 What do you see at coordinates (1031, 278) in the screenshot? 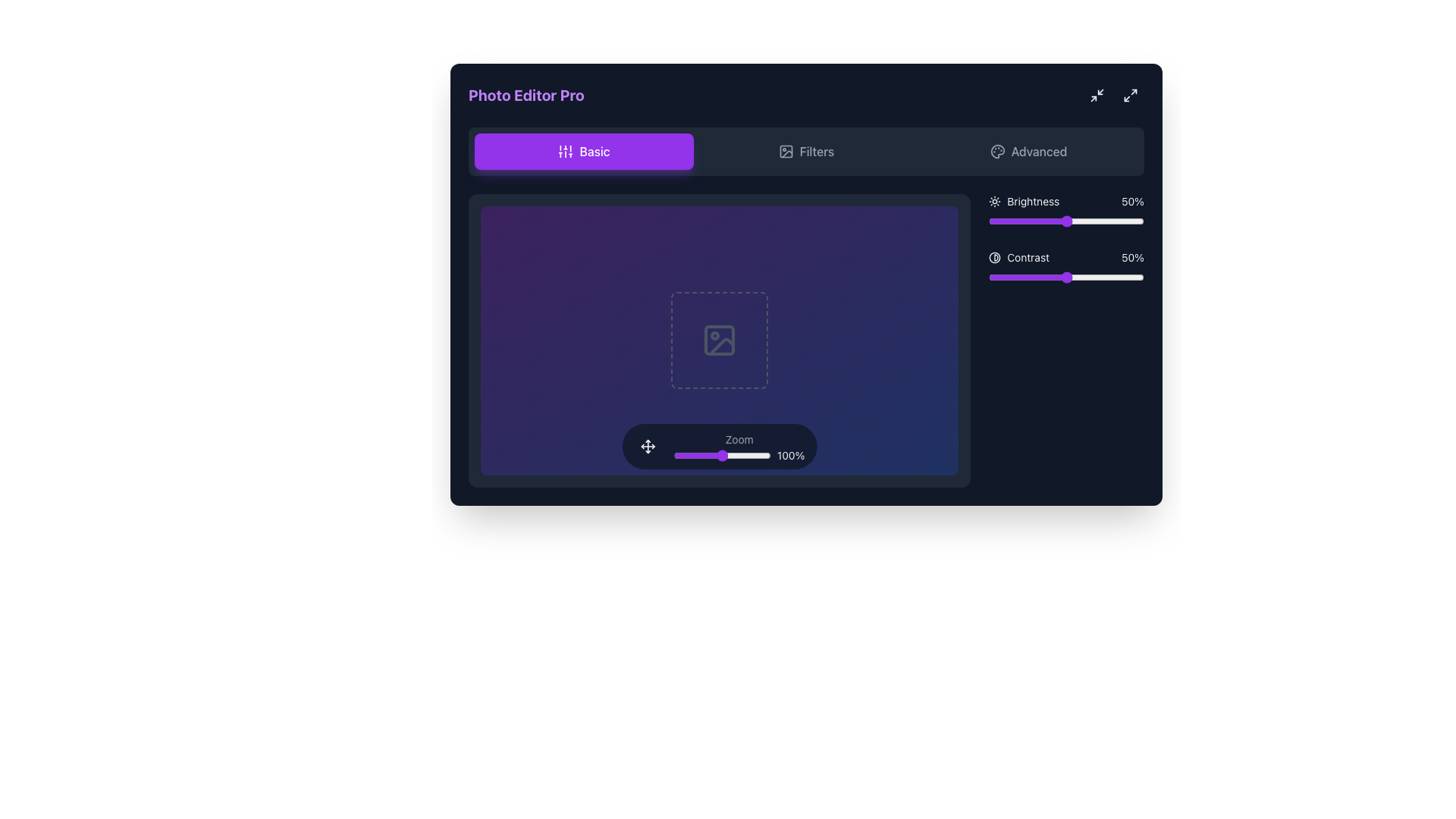
I see `the slider` at bounding box center [1031, 278].